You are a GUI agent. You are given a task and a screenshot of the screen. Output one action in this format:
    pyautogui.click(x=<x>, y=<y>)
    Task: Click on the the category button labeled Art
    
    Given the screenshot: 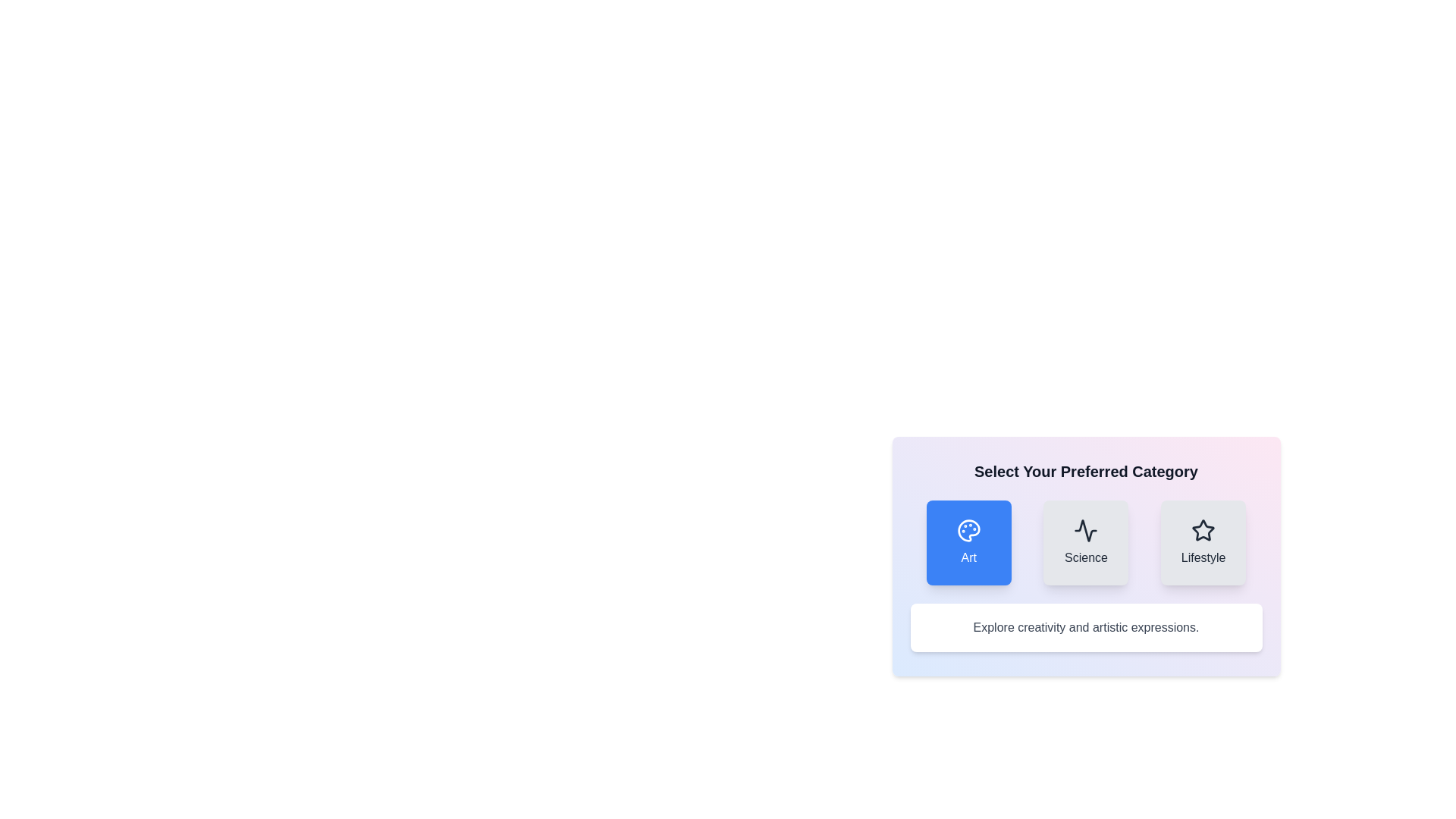 What is the action you would take?
    pyautogui.click(x=968, y=542)
    